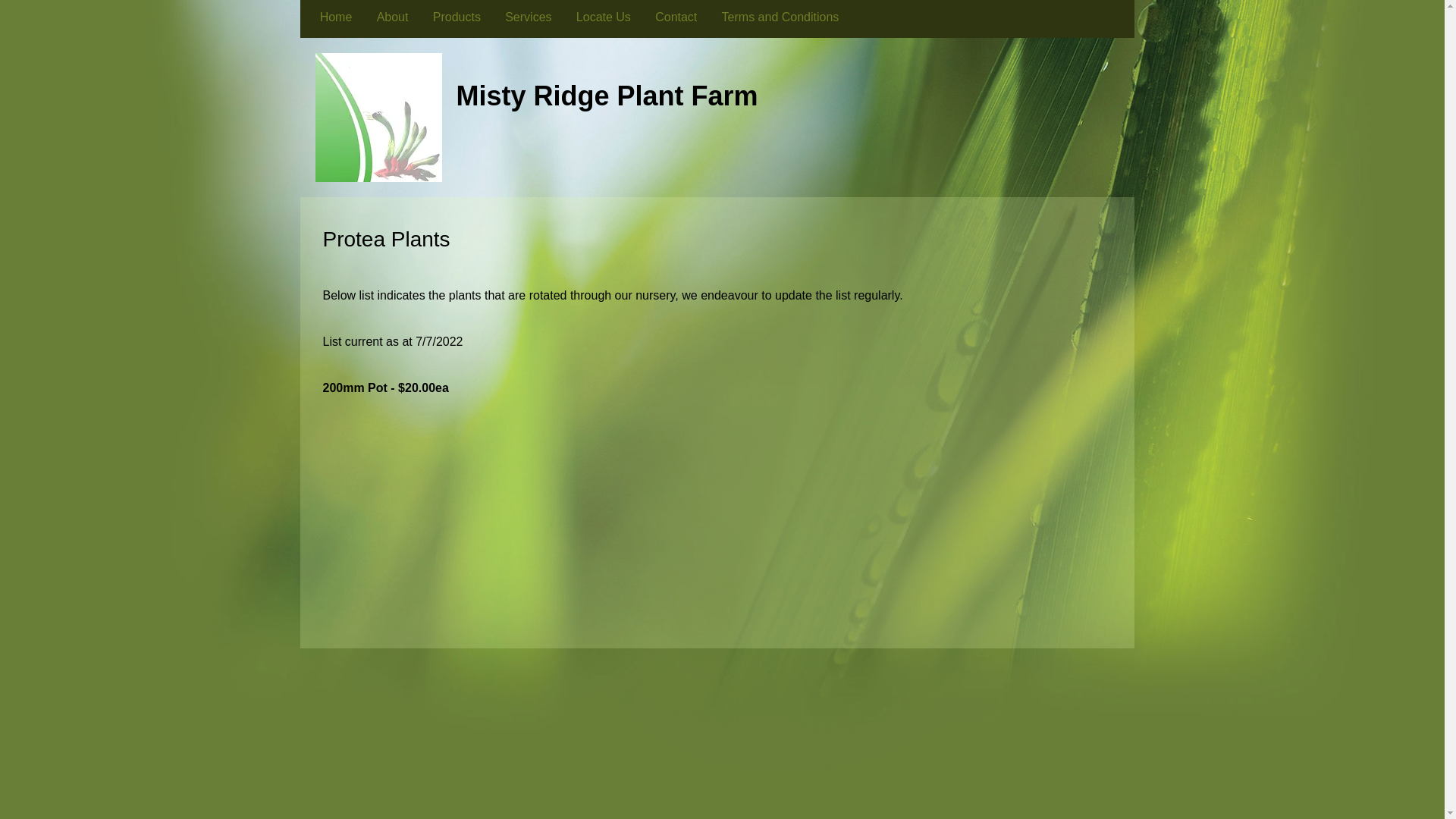  Describe the element at coordinates (643, 17) in the screenshot. I see `'Contact'` at that location.